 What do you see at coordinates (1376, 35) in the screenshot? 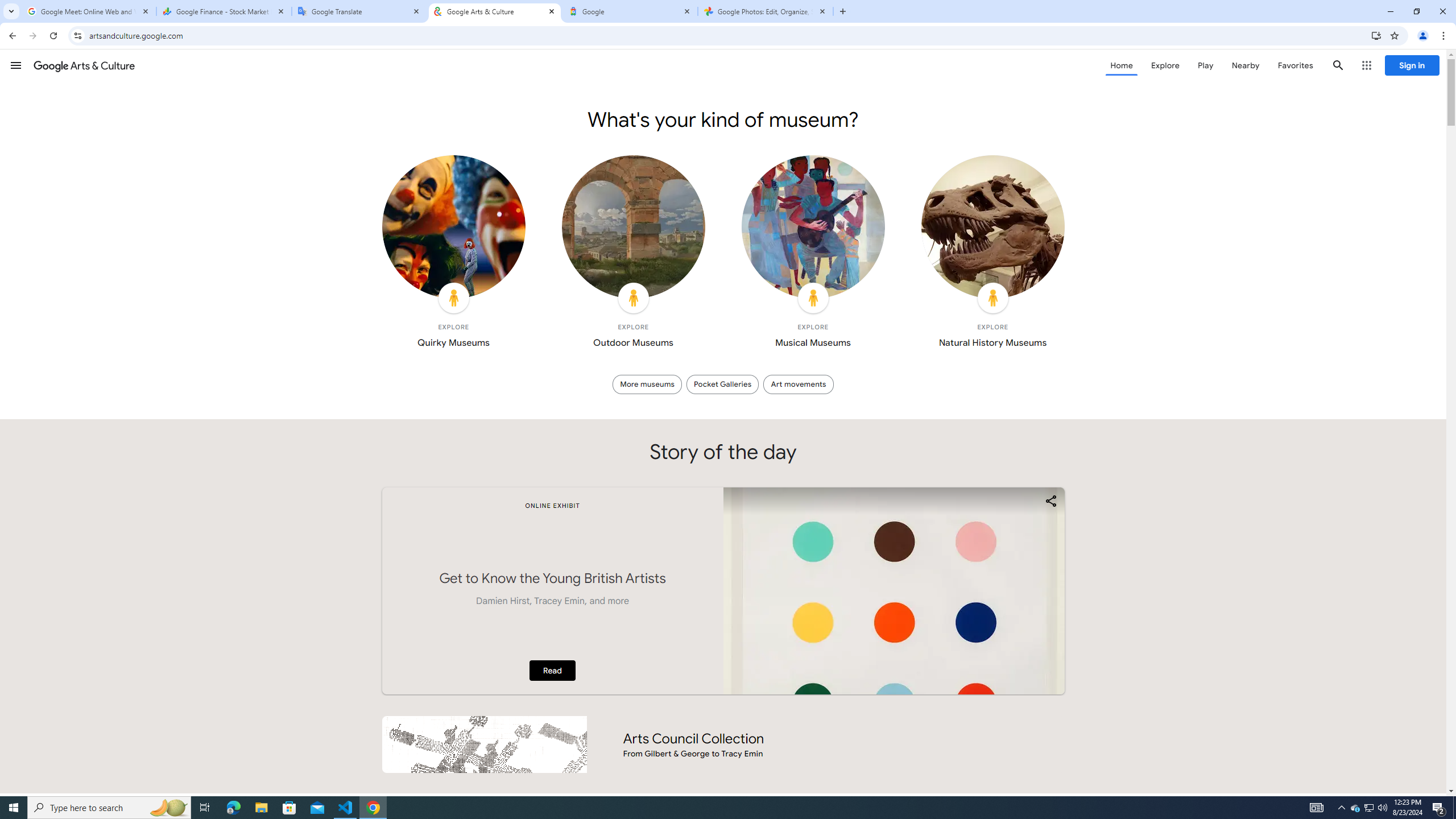
I see `'Install Google Arts & Culture'` at bounding box center [1376, 35].